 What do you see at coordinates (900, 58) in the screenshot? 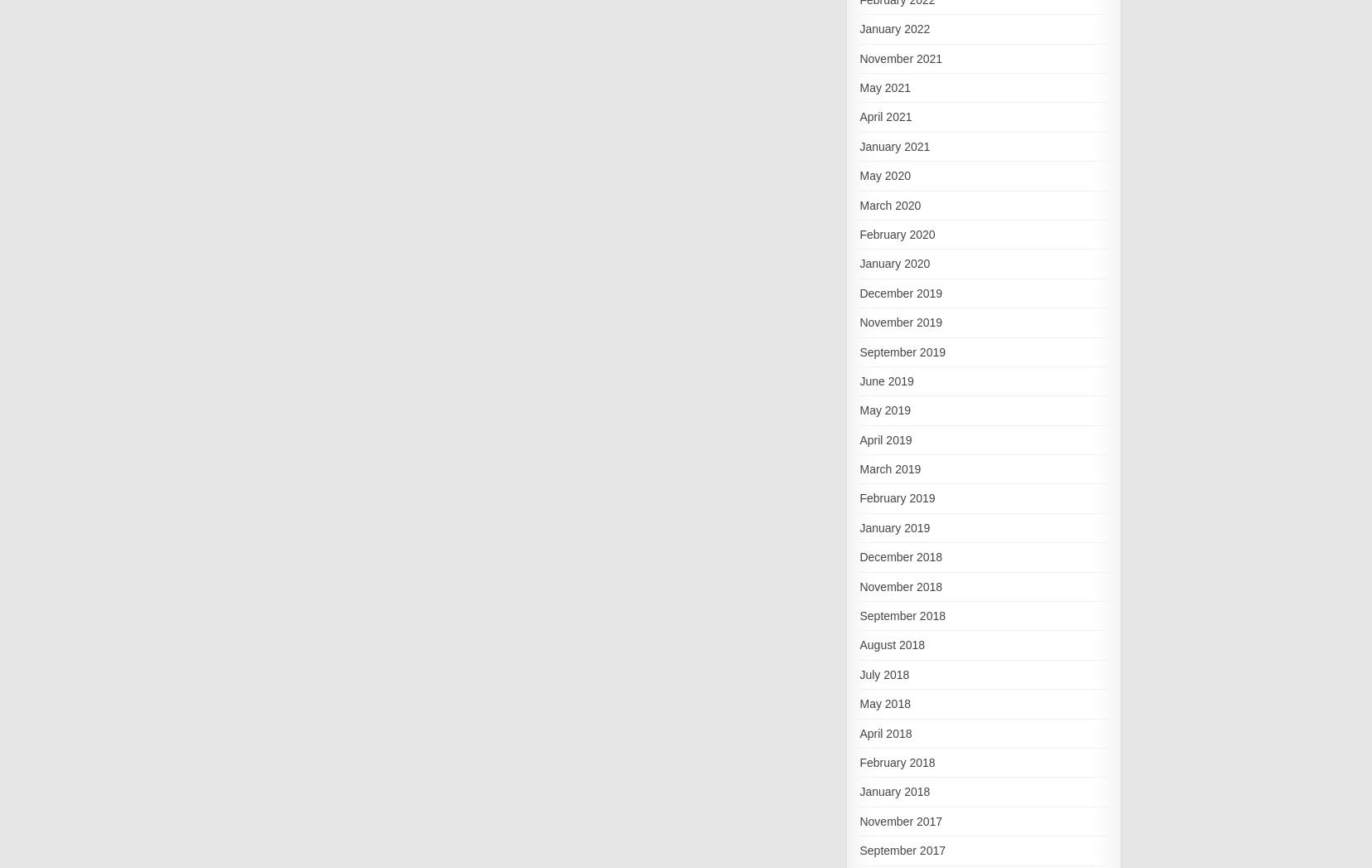
I see `'November 2021'` at bounding box center [900, 58].